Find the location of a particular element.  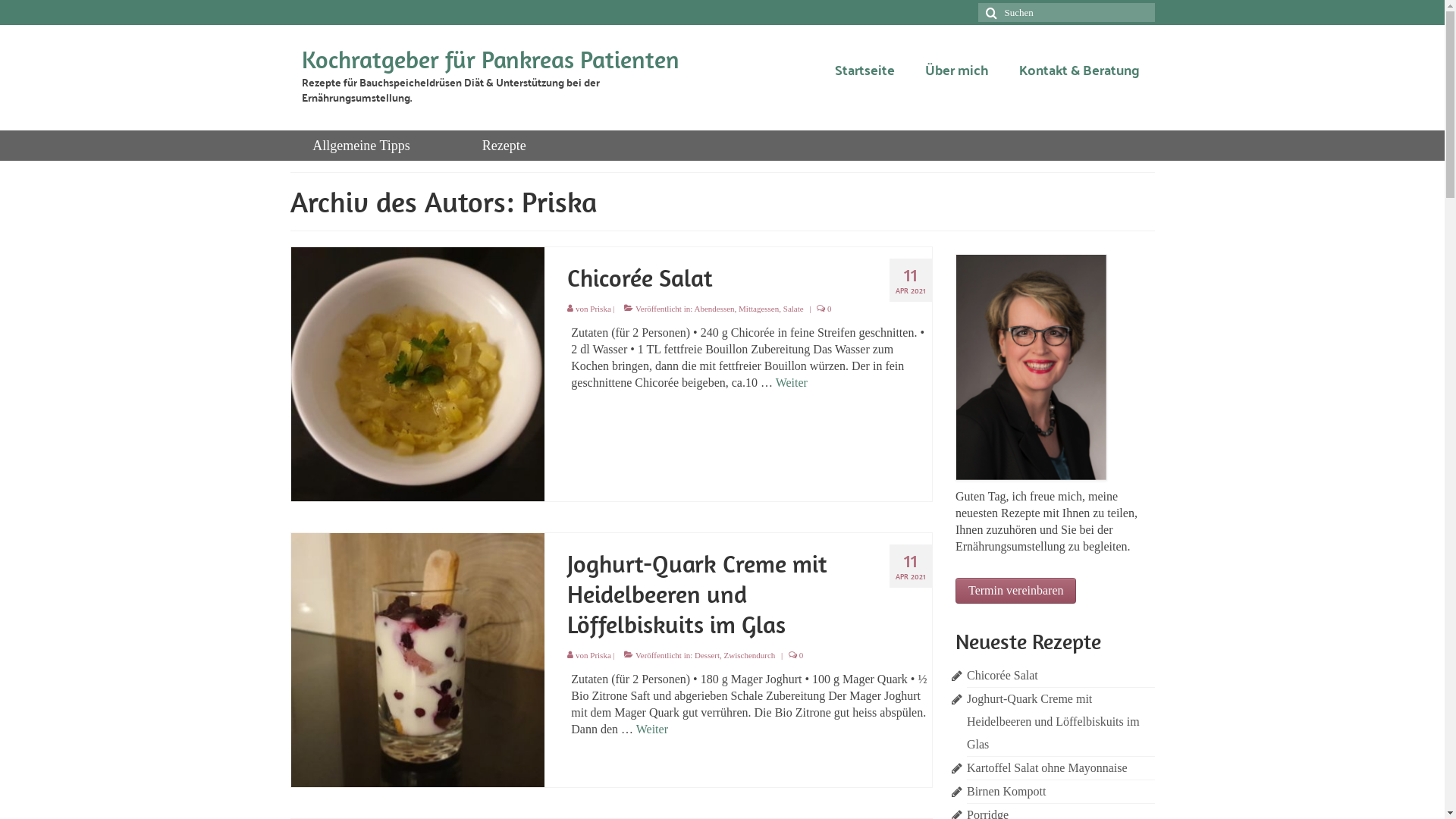

'Termin vereinbaren' is located at coordinates (1015, 590).